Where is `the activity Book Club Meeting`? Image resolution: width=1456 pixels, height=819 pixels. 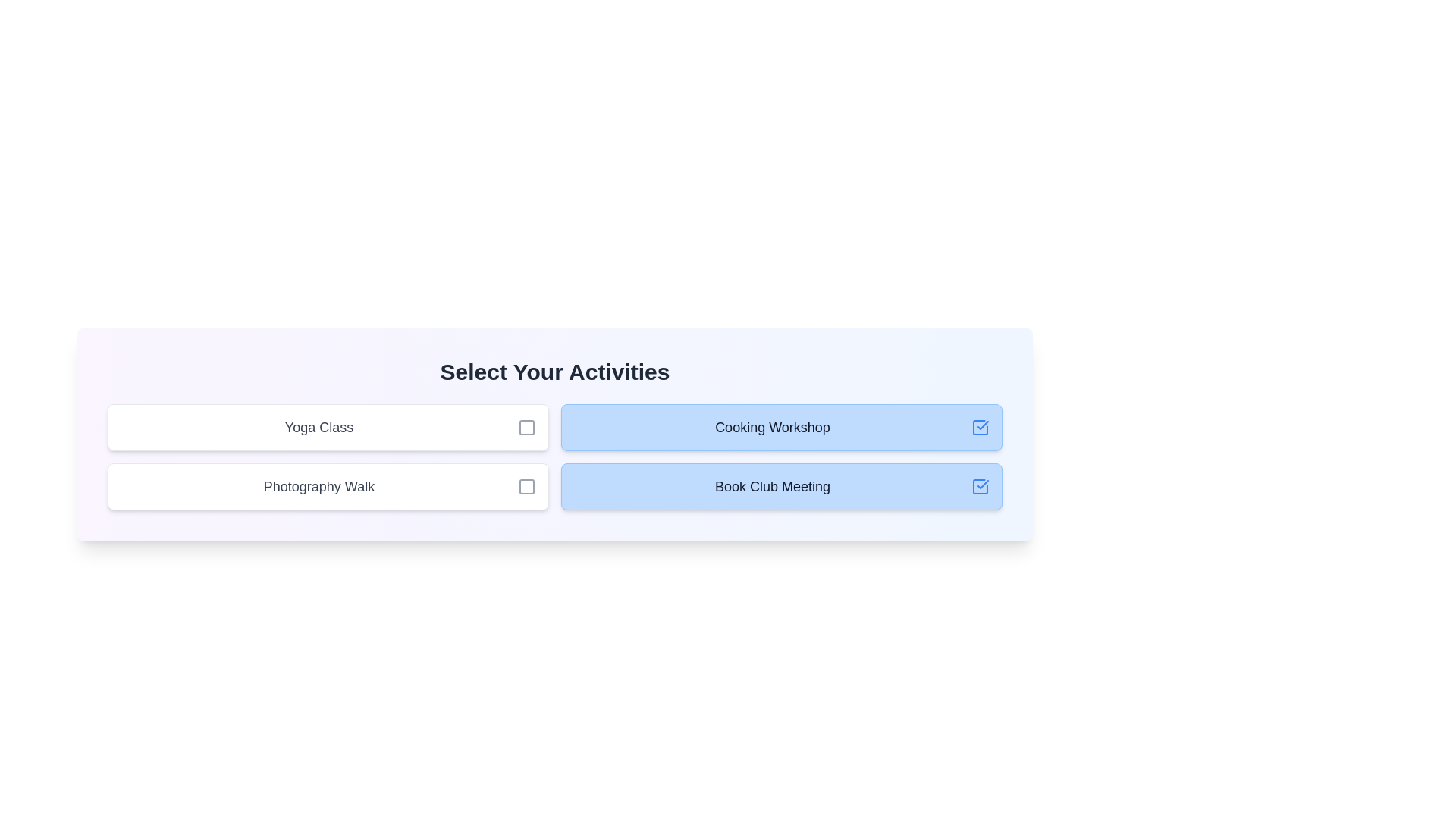
the activity Book Club Meeting is located at coordinates (782, 486).